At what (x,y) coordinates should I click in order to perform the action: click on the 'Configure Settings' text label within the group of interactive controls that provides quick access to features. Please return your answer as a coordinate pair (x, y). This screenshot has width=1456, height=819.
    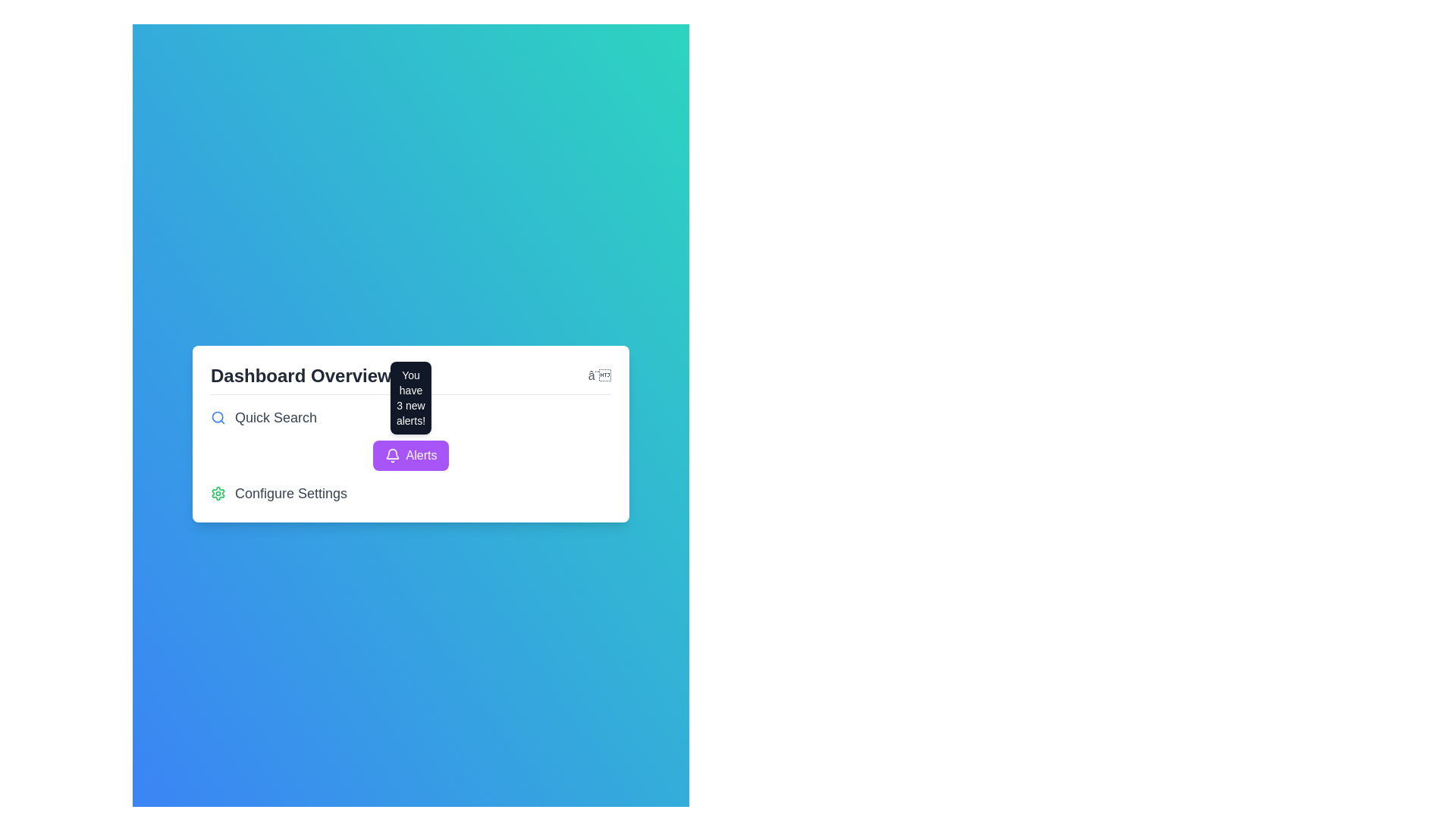
    Looking at the image, I should click on (411, 454).